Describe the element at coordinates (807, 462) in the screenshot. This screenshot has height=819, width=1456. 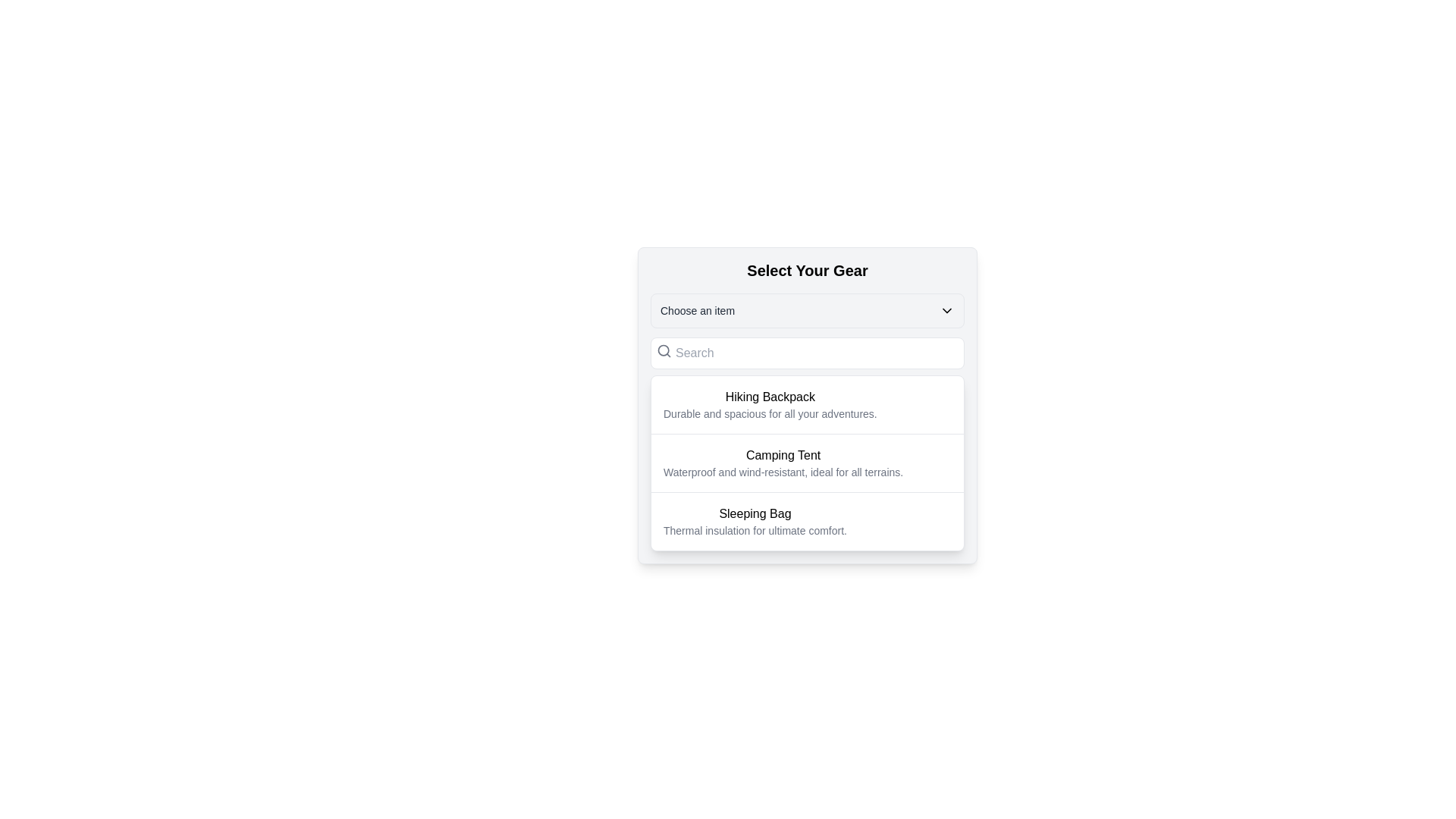
I see `the second item in the selectable list of gear options located centrally beneath the 'Search' box` at that location.